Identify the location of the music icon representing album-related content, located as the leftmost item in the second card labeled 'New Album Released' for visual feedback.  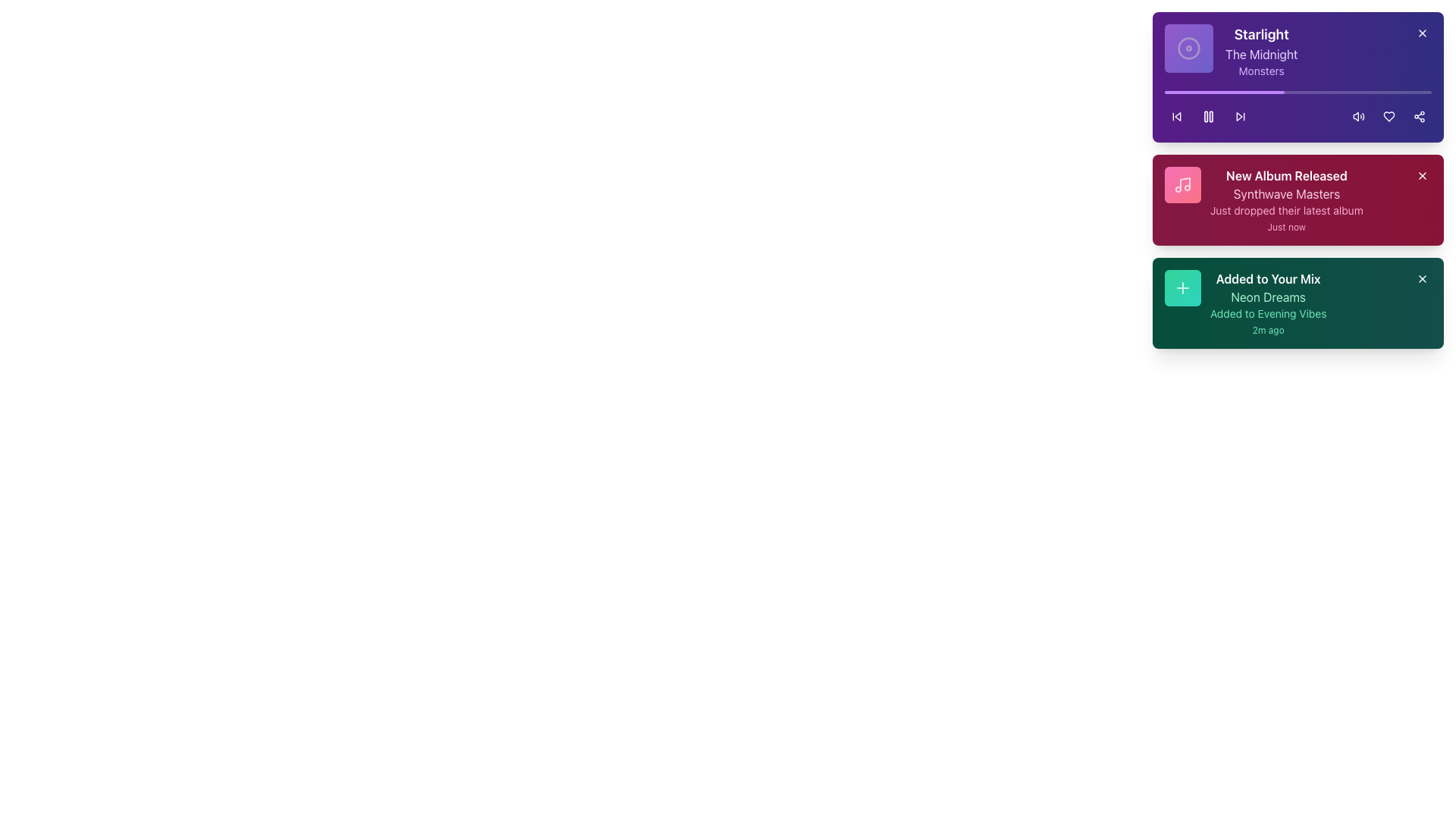
(1182, 184).